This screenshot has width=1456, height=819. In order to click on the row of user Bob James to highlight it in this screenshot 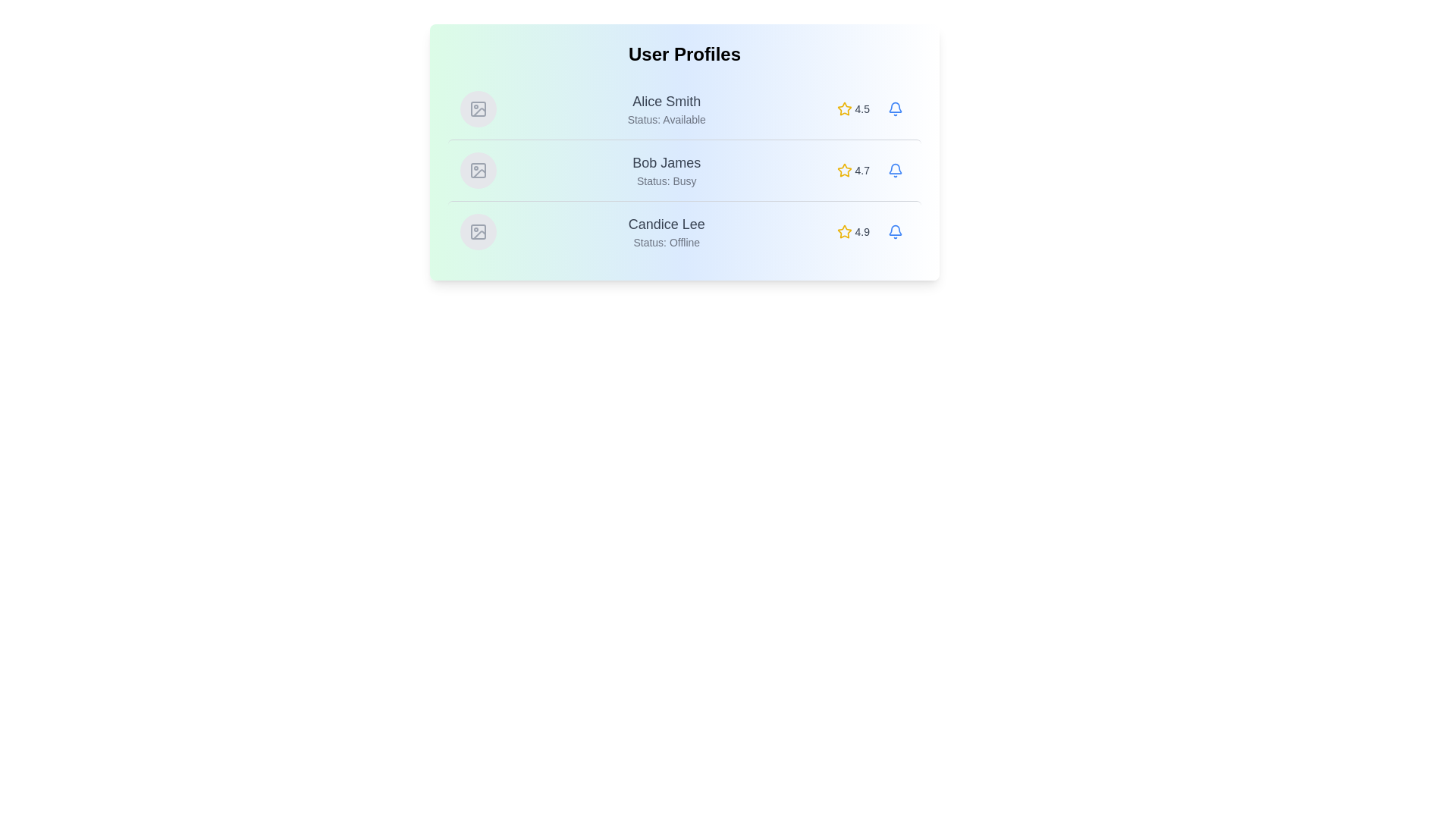, I will do `click(683, 170)`.